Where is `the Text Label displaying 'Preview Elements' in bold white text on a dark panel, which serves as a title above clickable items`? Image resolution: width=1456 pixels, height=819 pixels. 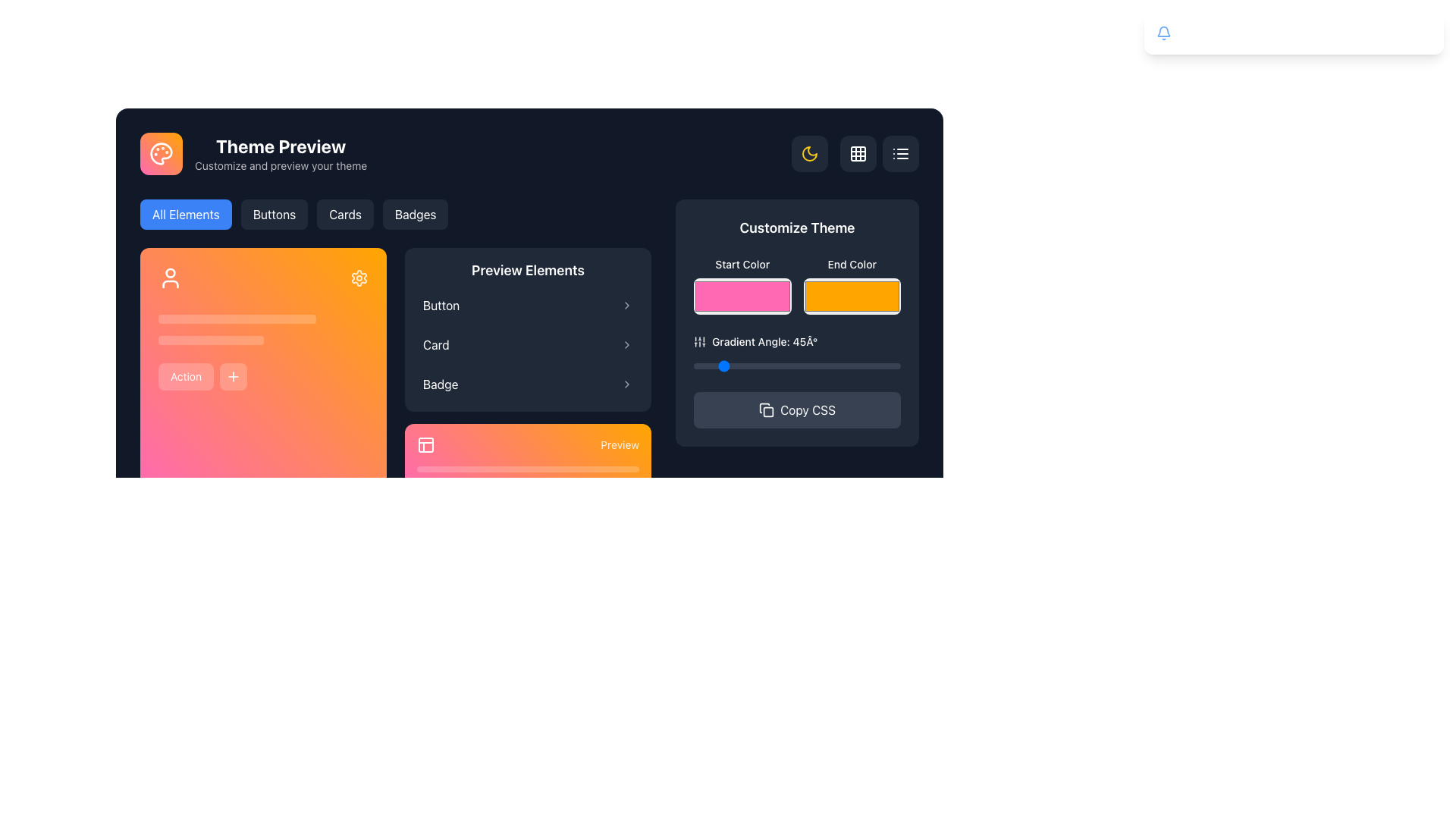 the Text Label displaying 'Preview Elements' in bold white text on a dark panel, which serves as a title above clickable items is located at coordinates (528, 270).